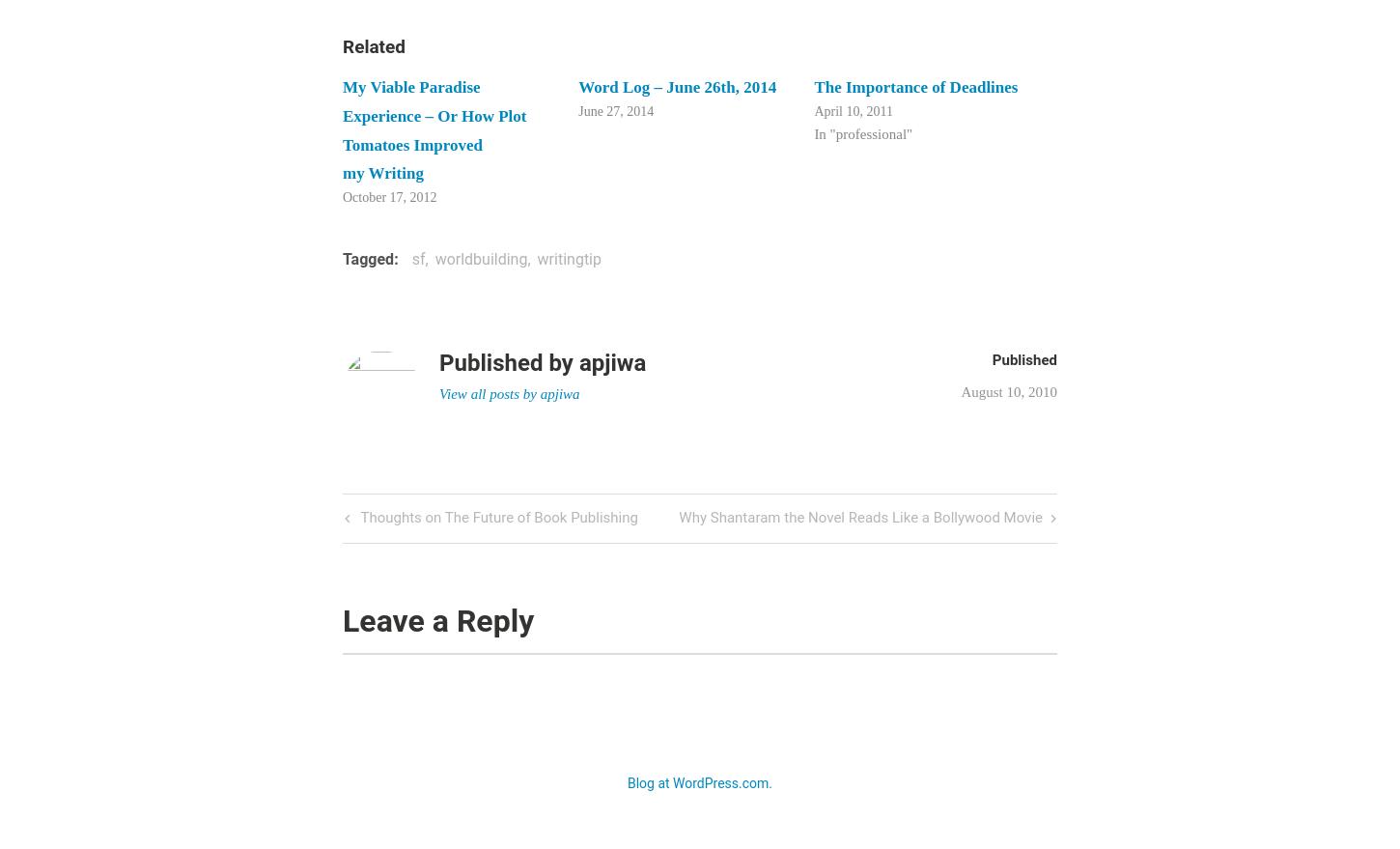  I want to click on 'Tagged', so click(367, 257).